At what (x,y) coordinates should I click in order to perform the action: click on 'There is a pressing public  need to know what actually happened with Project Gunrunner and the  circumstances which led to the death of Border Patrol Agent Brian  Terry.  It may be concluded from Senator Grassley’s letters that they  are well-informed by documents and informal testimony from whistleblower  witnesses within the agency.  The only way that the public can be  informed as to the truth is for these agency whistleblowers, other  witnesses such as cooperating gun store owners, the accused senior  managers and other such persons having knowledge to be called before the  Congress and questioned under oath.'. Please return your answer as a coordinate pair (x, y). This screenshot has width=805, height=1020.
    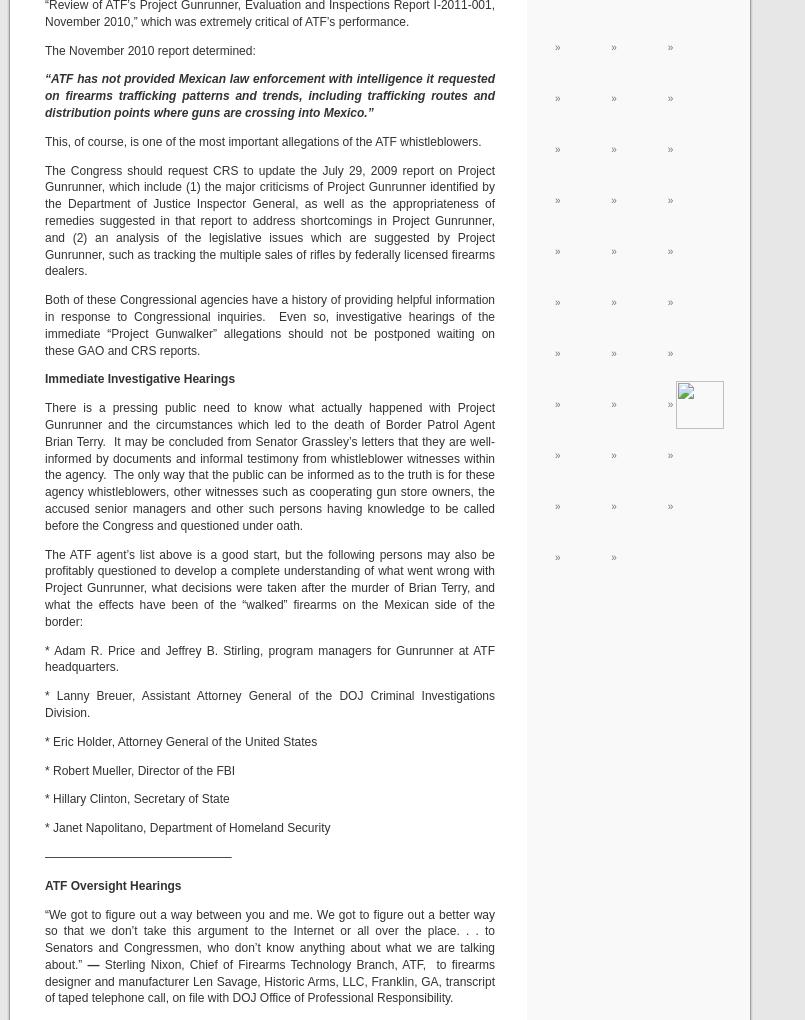
    Looking at the image, I should click on (44, 465).